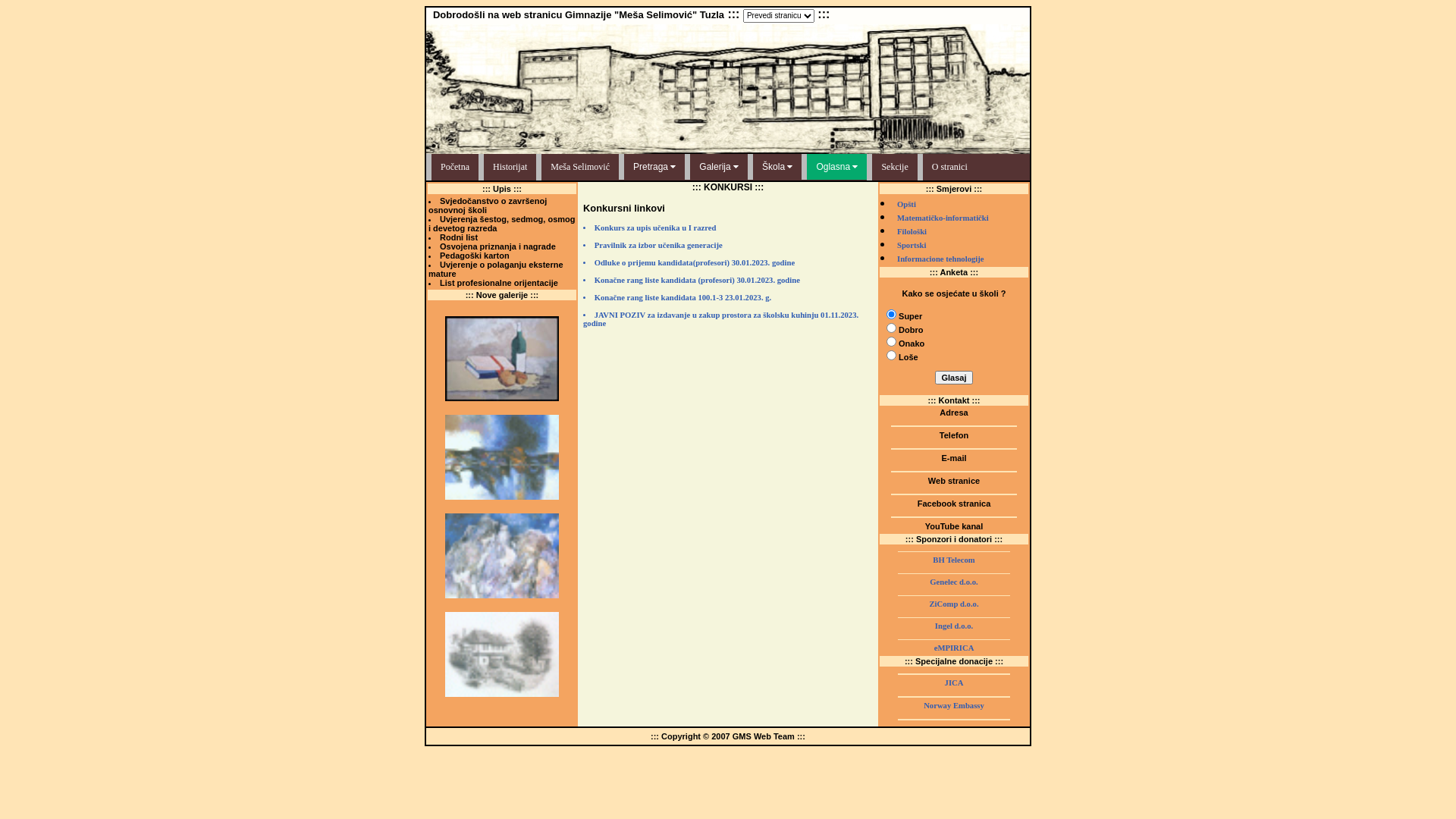  I want to click on 'JICA', so click(953, 682).